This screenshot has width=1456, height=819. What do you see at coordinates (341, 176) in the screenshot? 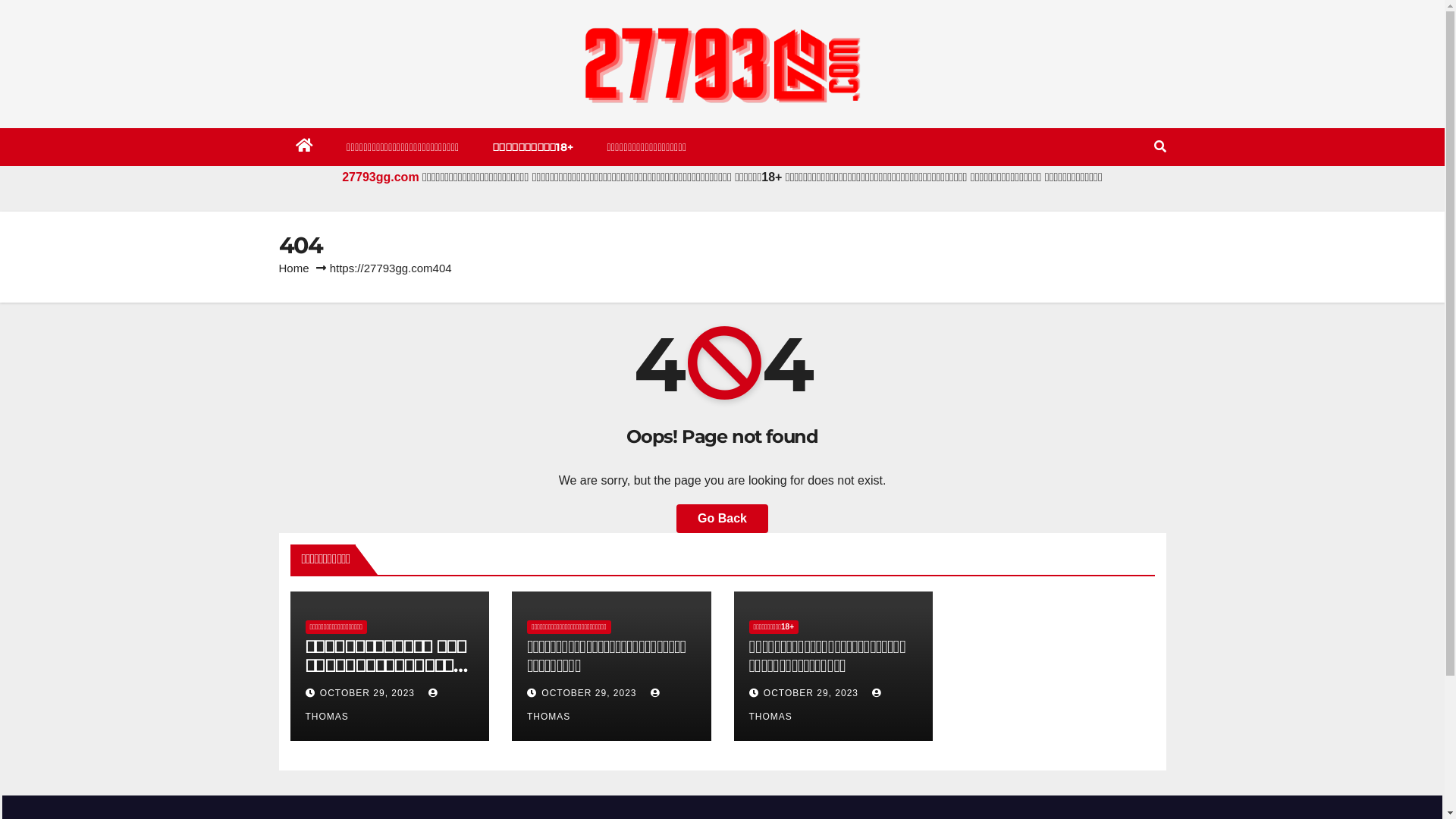
I see `'27793gg.com'` at bounding box center [341, 176].